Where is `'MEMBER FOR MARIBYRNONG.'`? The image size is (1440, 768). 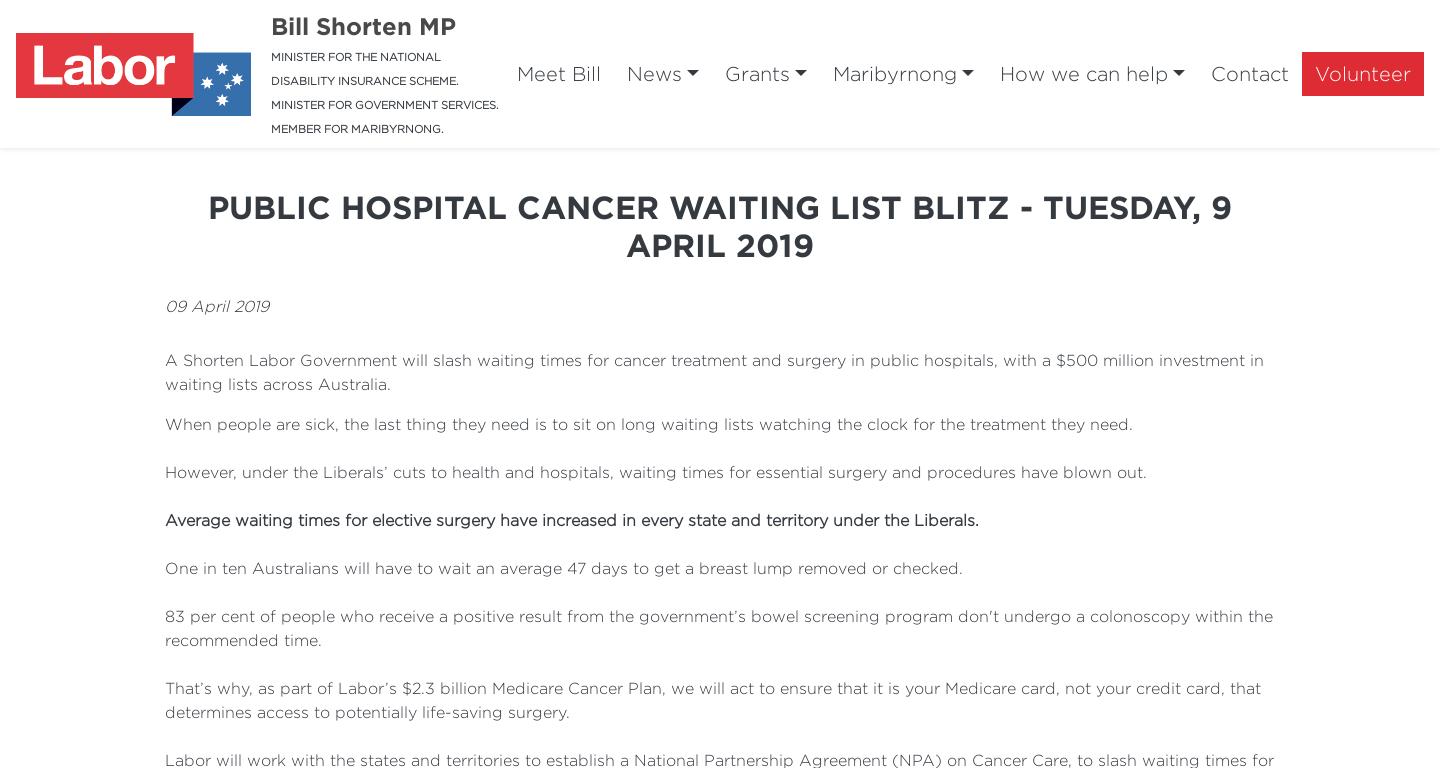 'MEMBER FOR MARIBYRNONG.' is located at coordinates (356, 128).